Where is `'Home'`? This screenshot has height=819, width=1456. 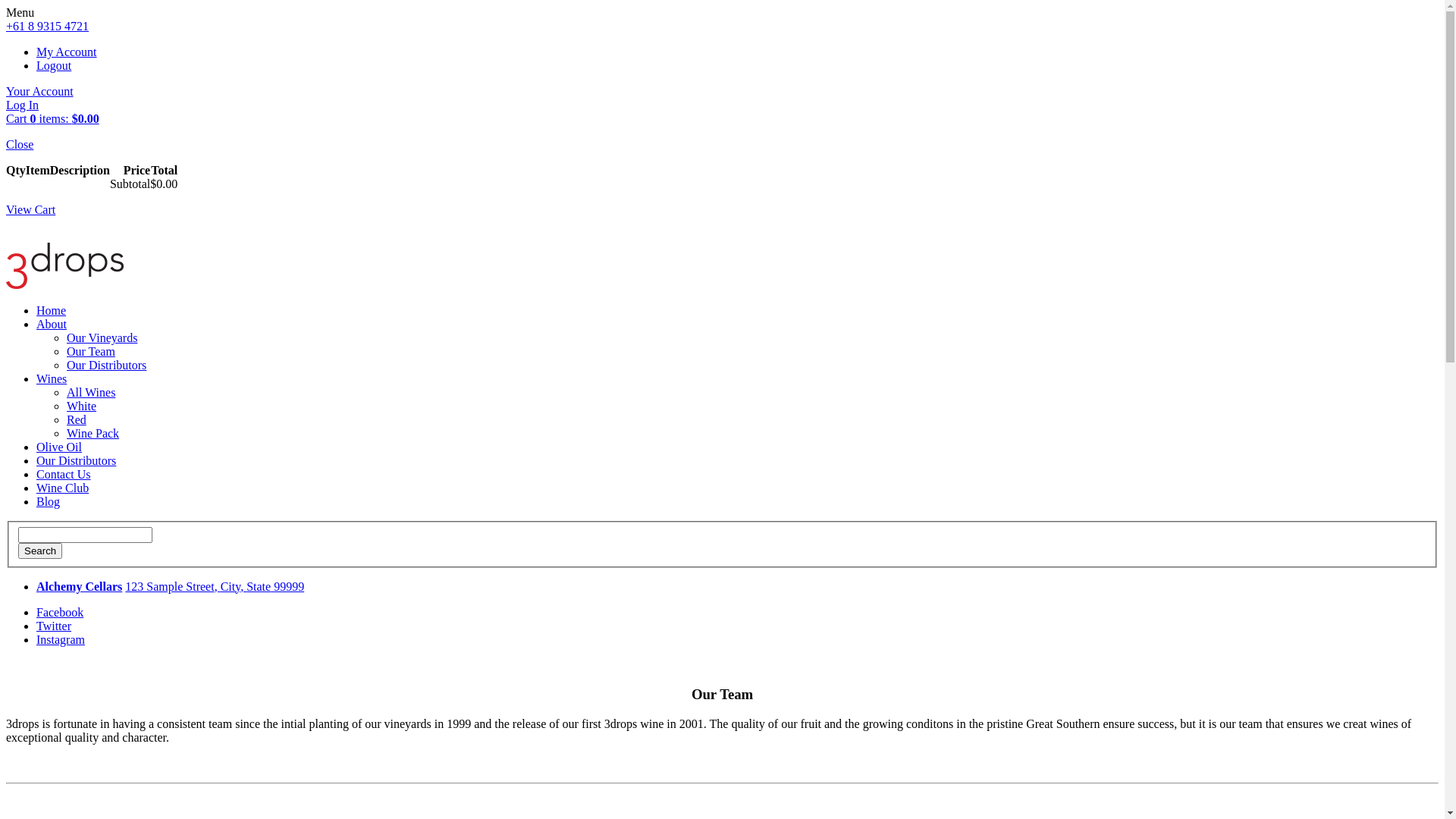
'Home' is located at coordinates (51, 309).